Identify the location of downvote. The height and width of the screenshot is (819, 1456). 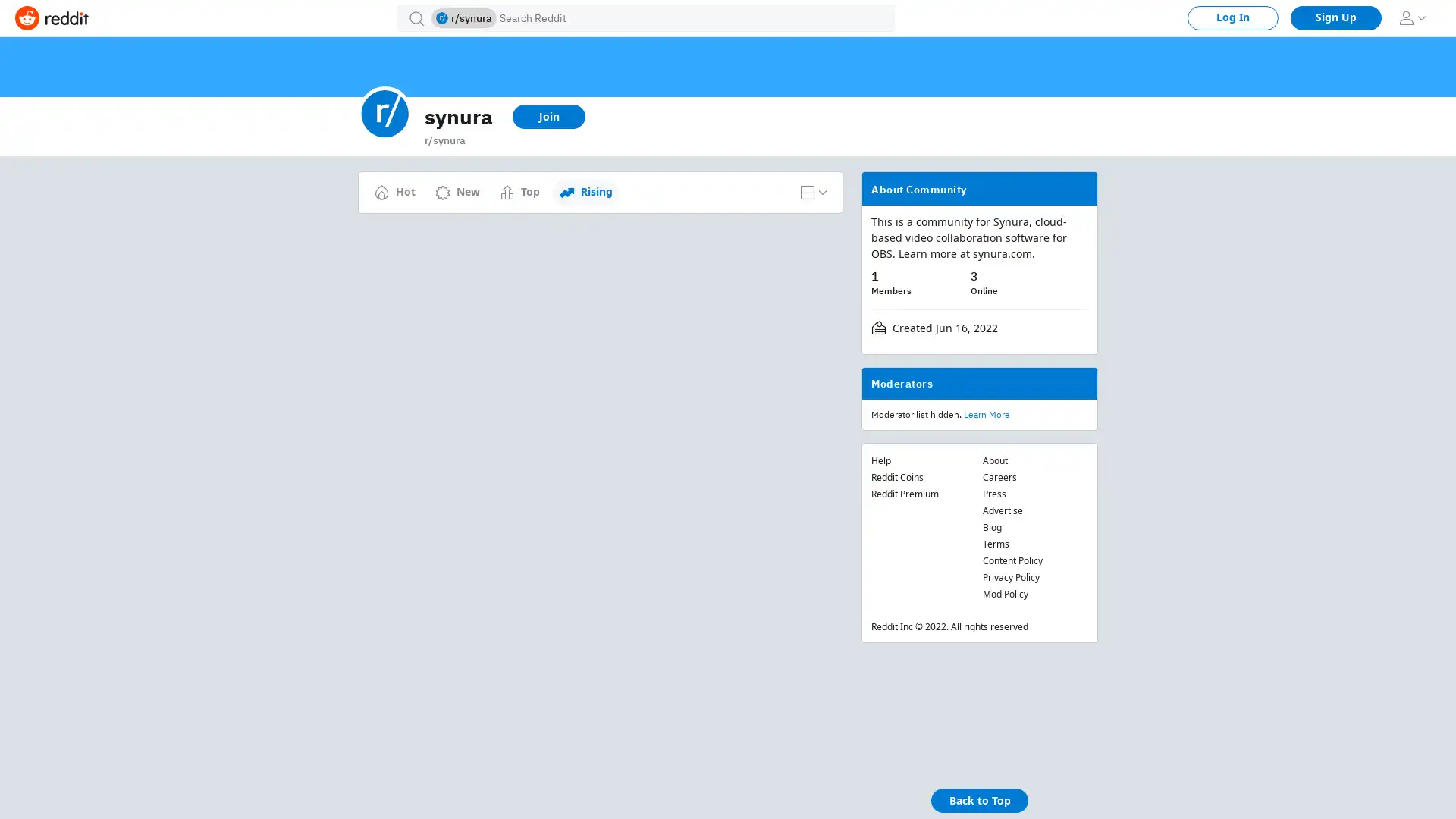
(374, 278).